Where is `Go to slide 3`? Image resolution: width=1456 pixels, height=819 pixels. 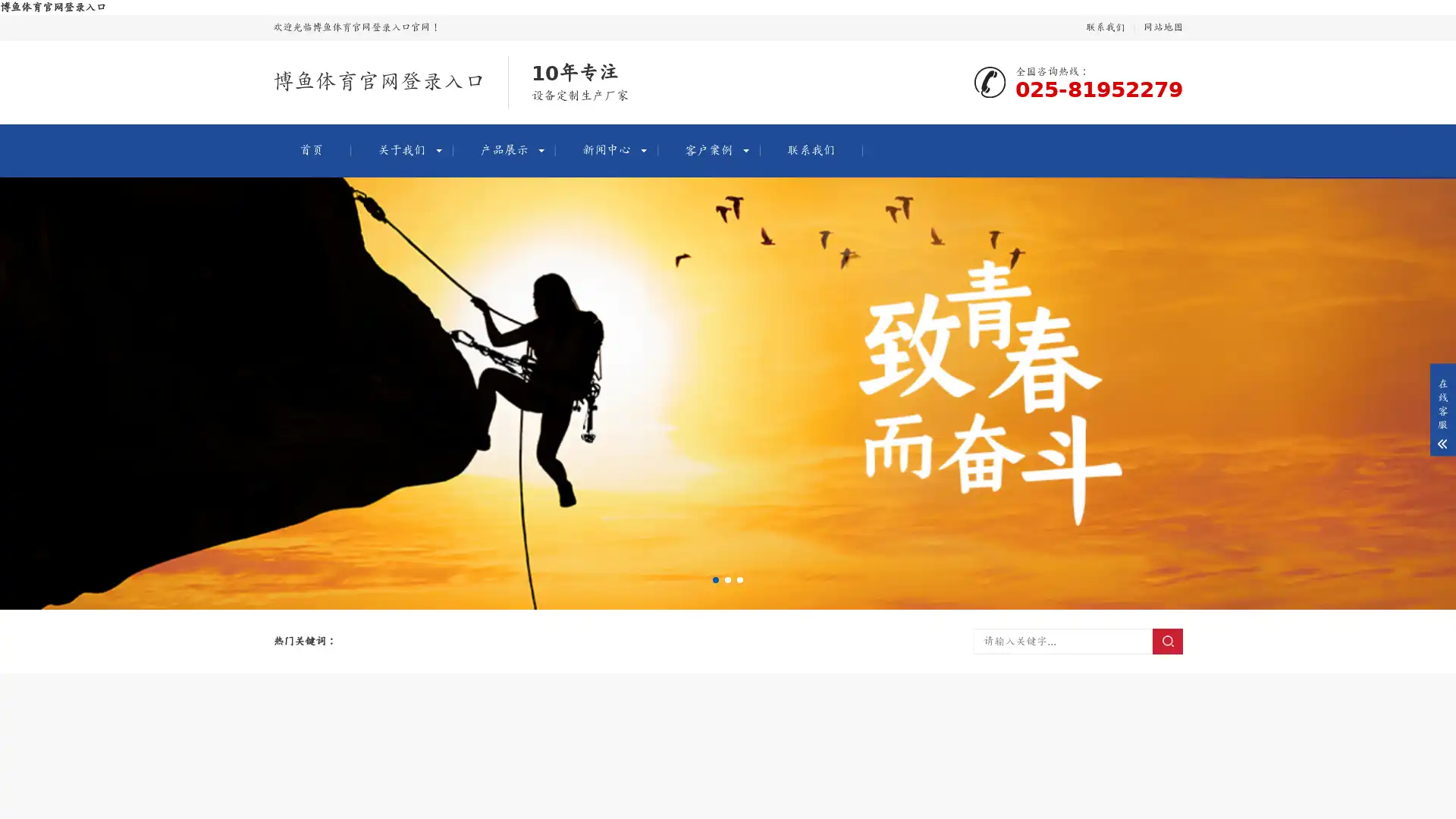 Go to slide 3 is located at coordinates (739, 579).